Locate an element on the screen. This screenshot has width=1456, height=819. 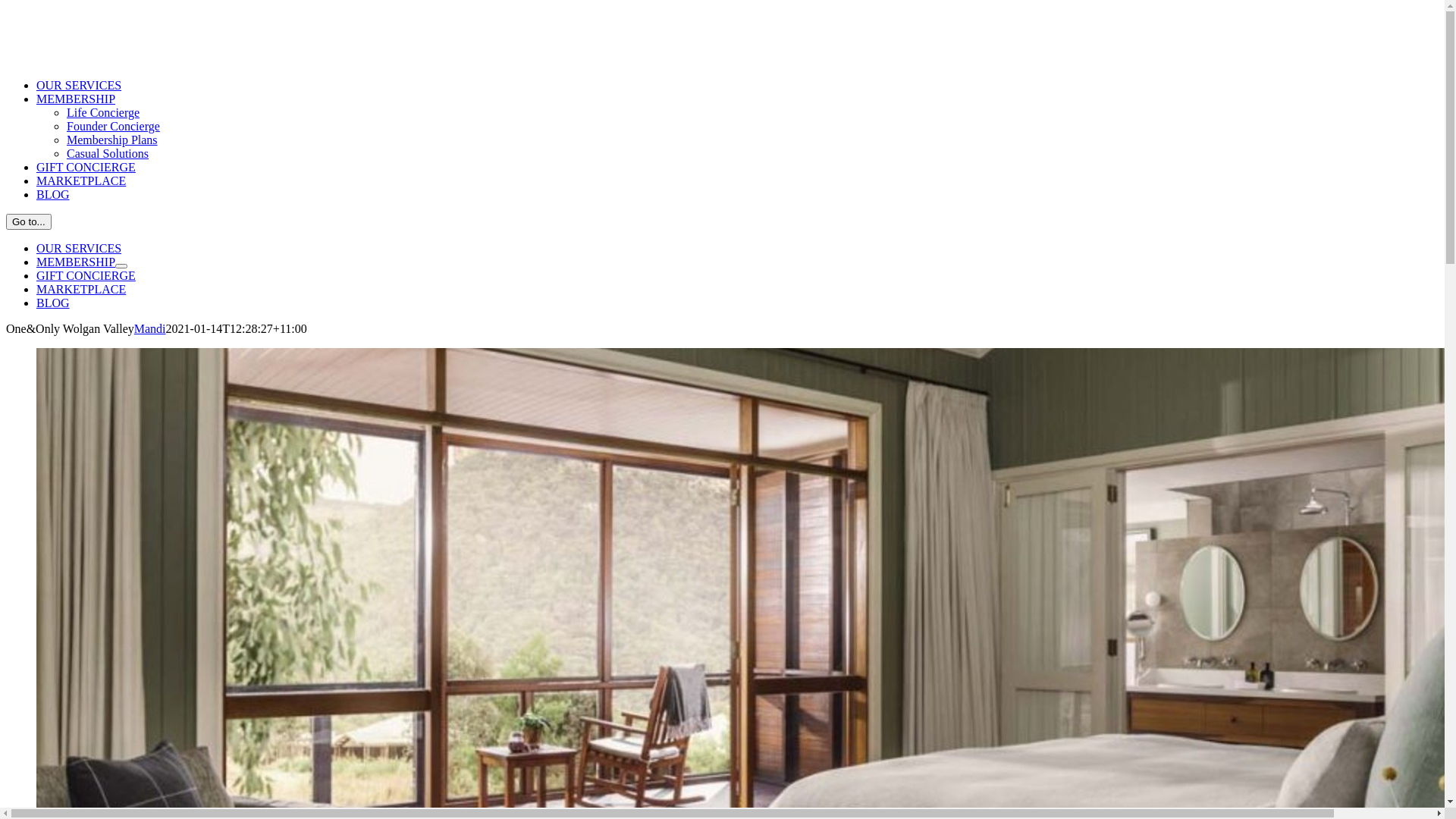
'OUR SERVICES' is located at coordinates (78, 85).